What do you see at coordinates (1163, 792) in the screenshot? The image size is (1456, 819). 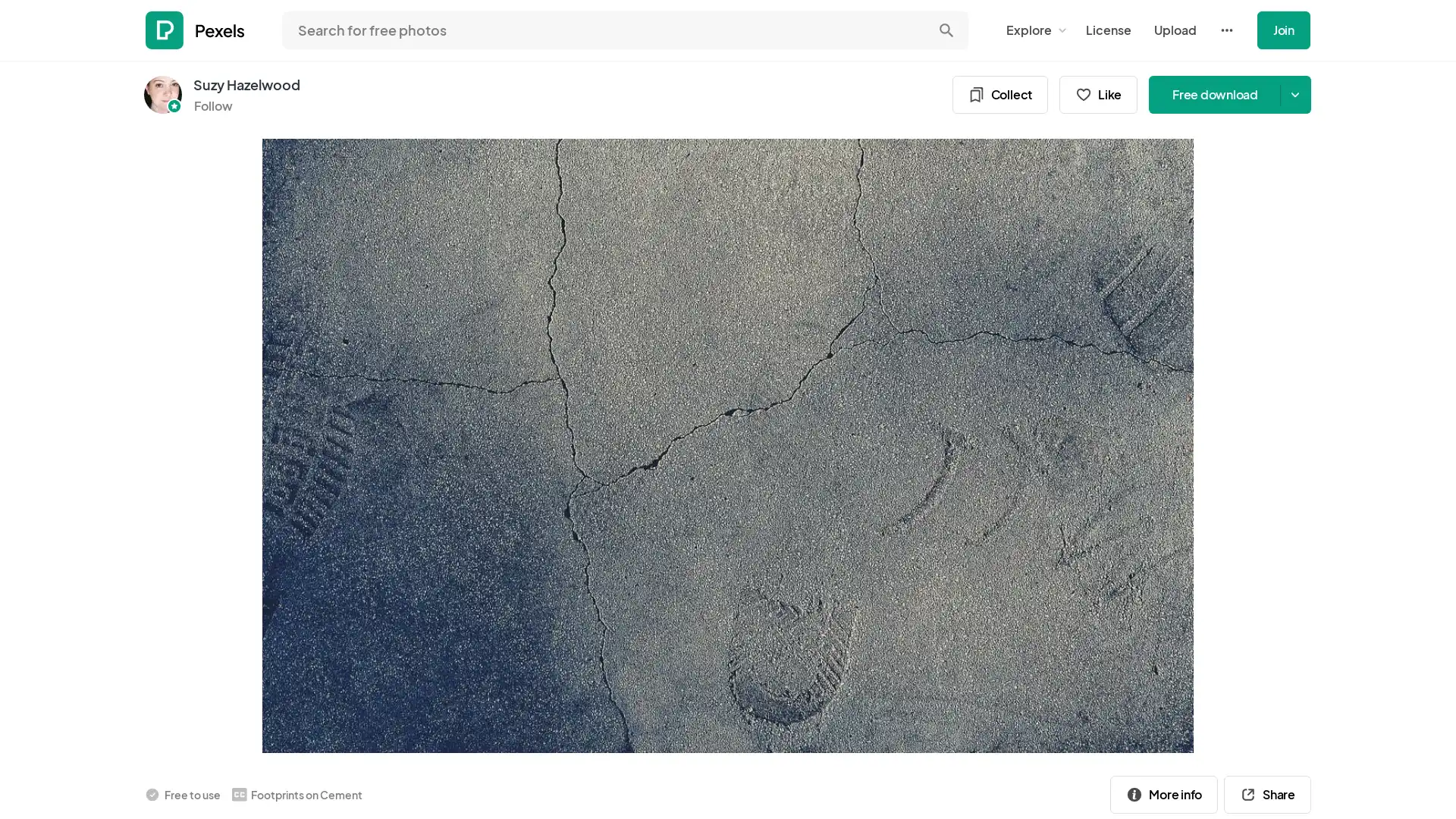 I see `More info` at bounding box center [1163, 792].